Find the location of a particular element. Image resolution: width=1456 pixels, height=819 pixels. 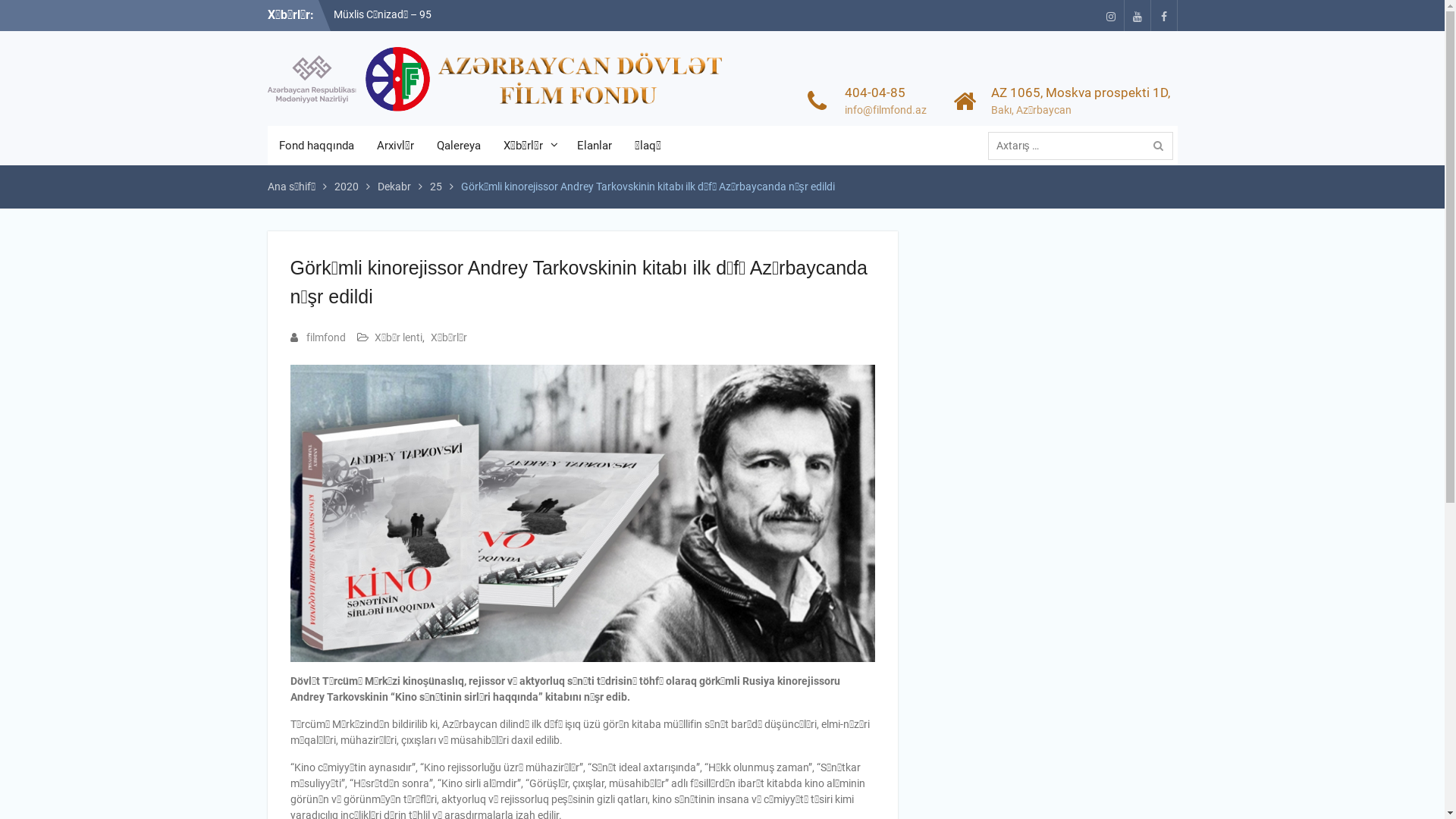

'25' is located at coordinates (435, 186).